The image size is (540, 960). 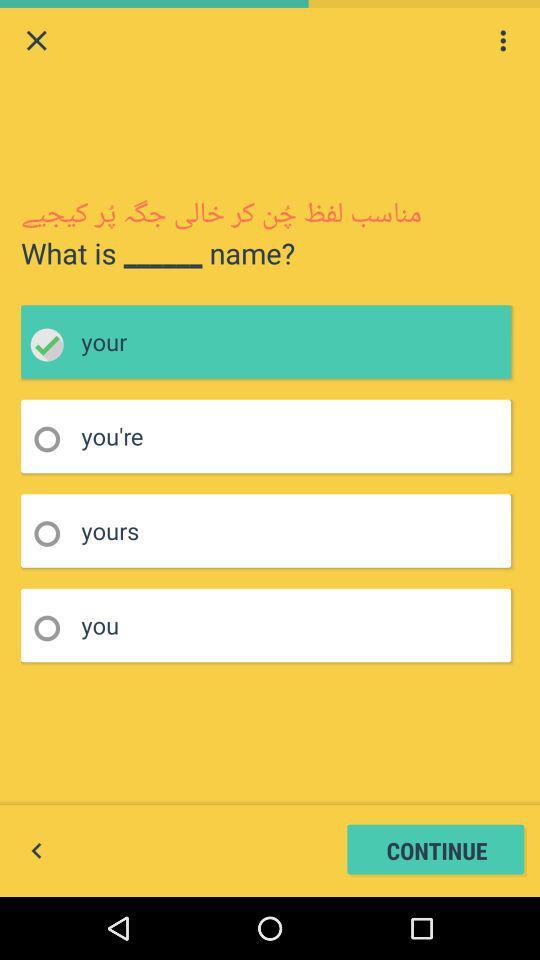 I want to click on shows mark place option, so click(x=53, y=439).